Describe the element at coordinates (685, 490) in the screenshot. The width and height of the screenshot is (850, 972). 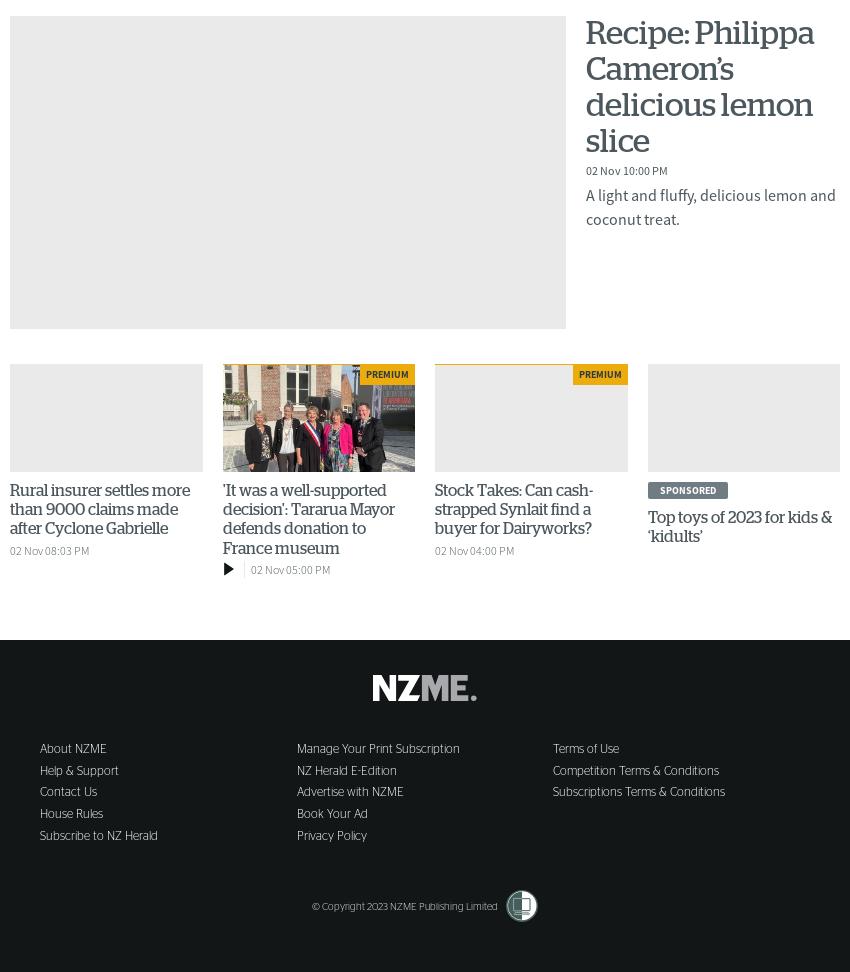
I see `'sponsored'` at that location.